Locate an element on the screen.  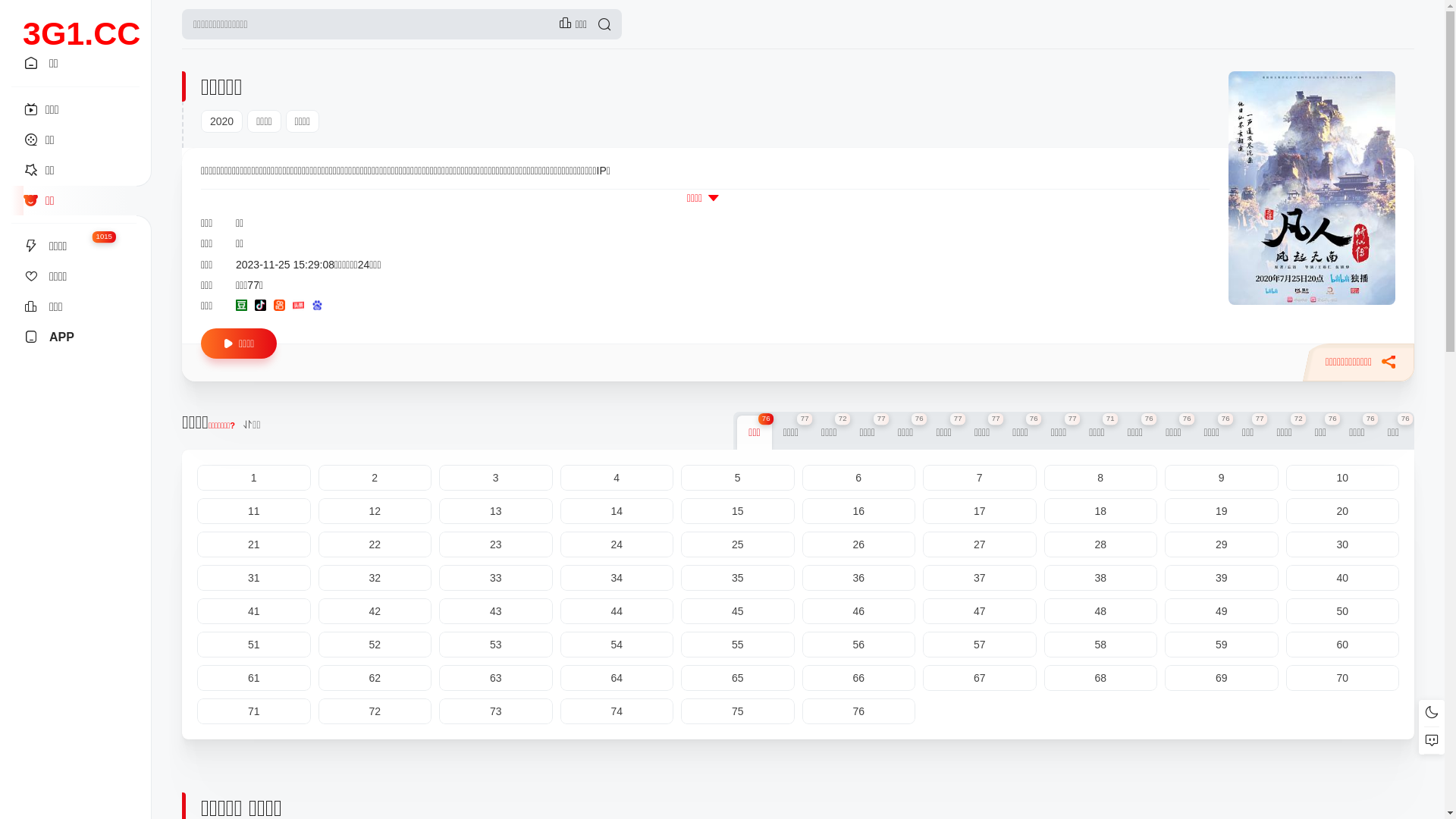
'2020' is located at coordinates (221, 120).